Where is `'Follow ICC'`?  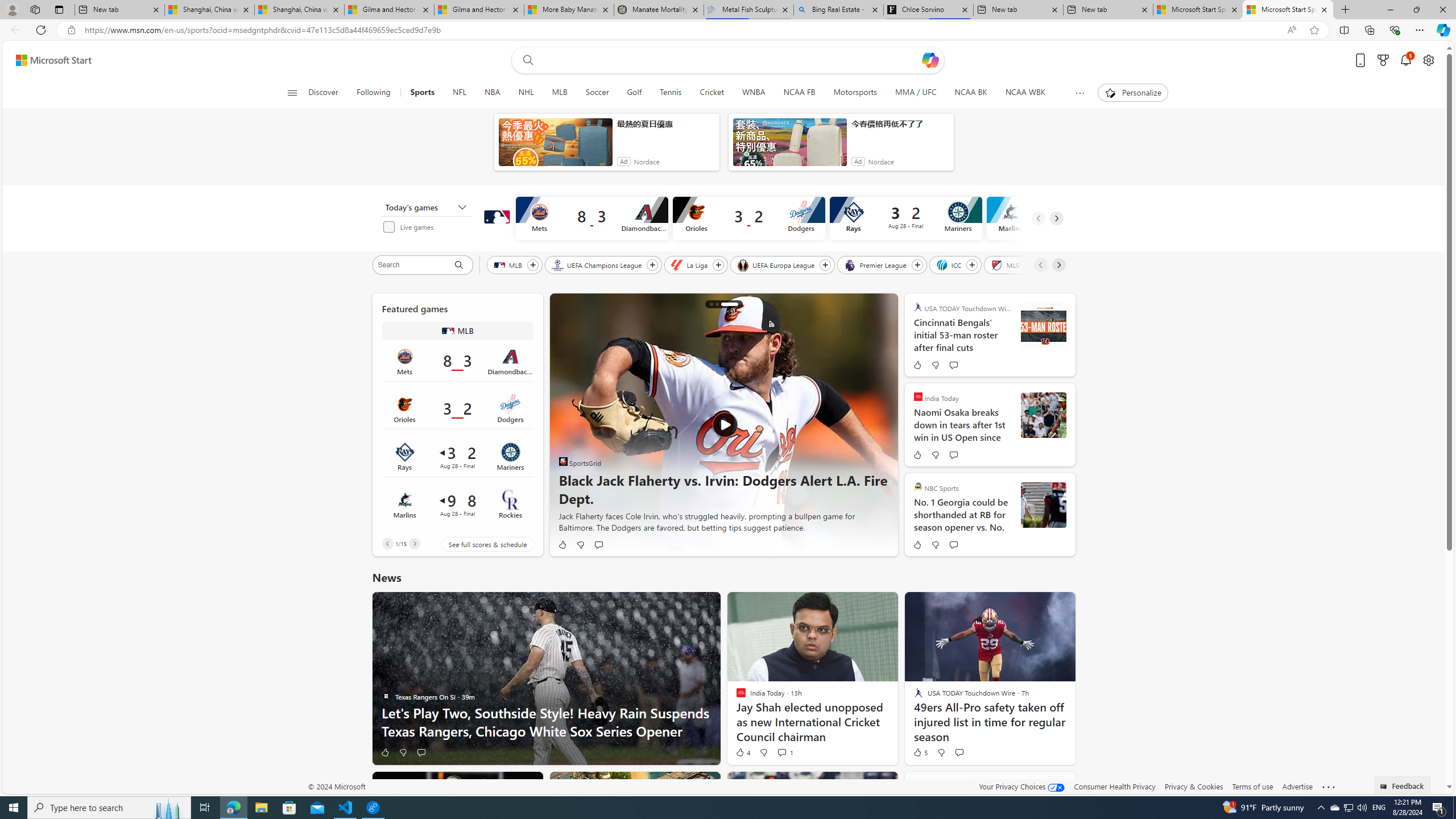
'Follow ICC' is located at coordinates (972, 265).